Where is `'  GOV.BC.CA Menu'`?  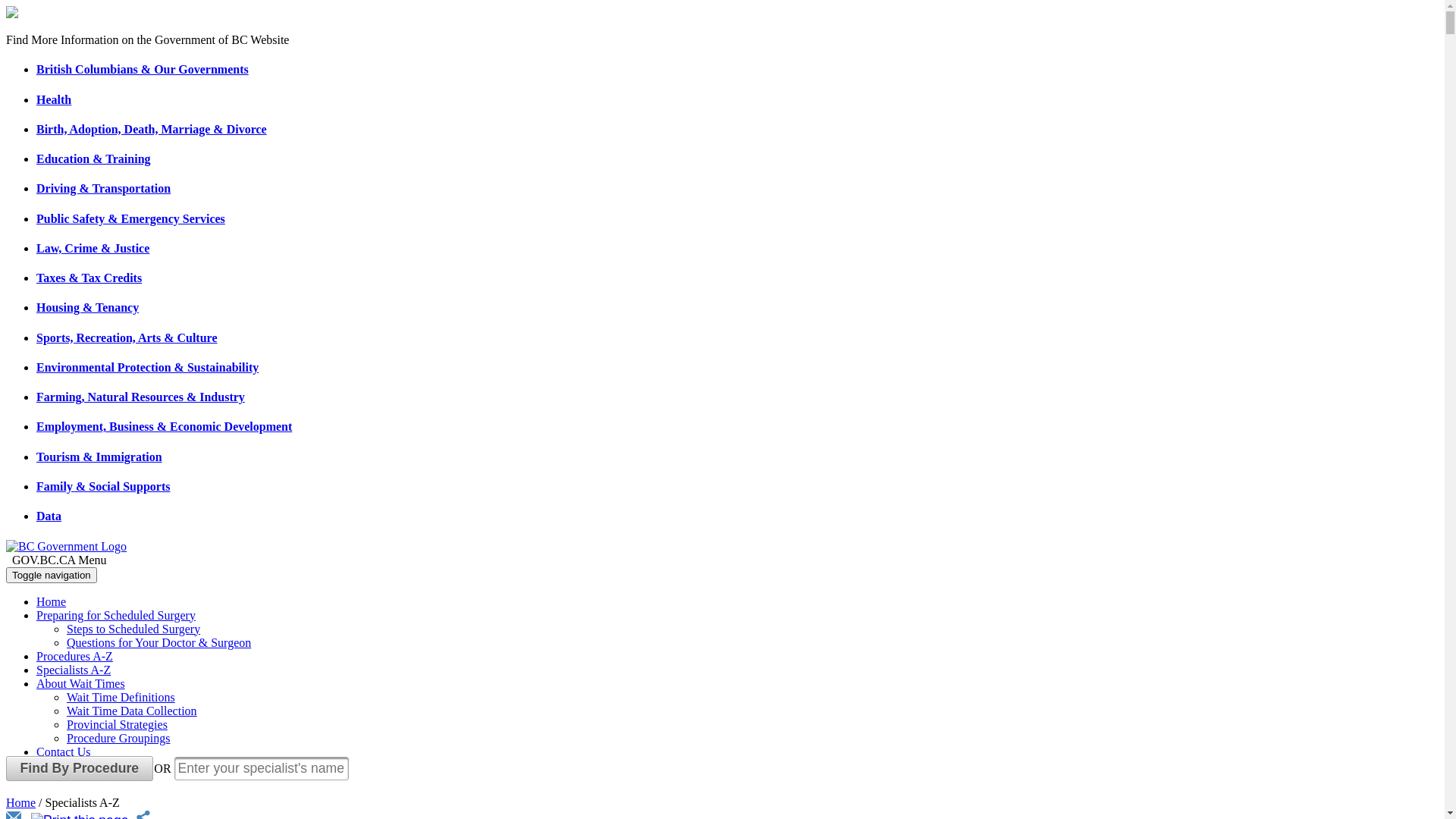
'  GOV.BC.CA Menu' is located at coordinates (721, 560).